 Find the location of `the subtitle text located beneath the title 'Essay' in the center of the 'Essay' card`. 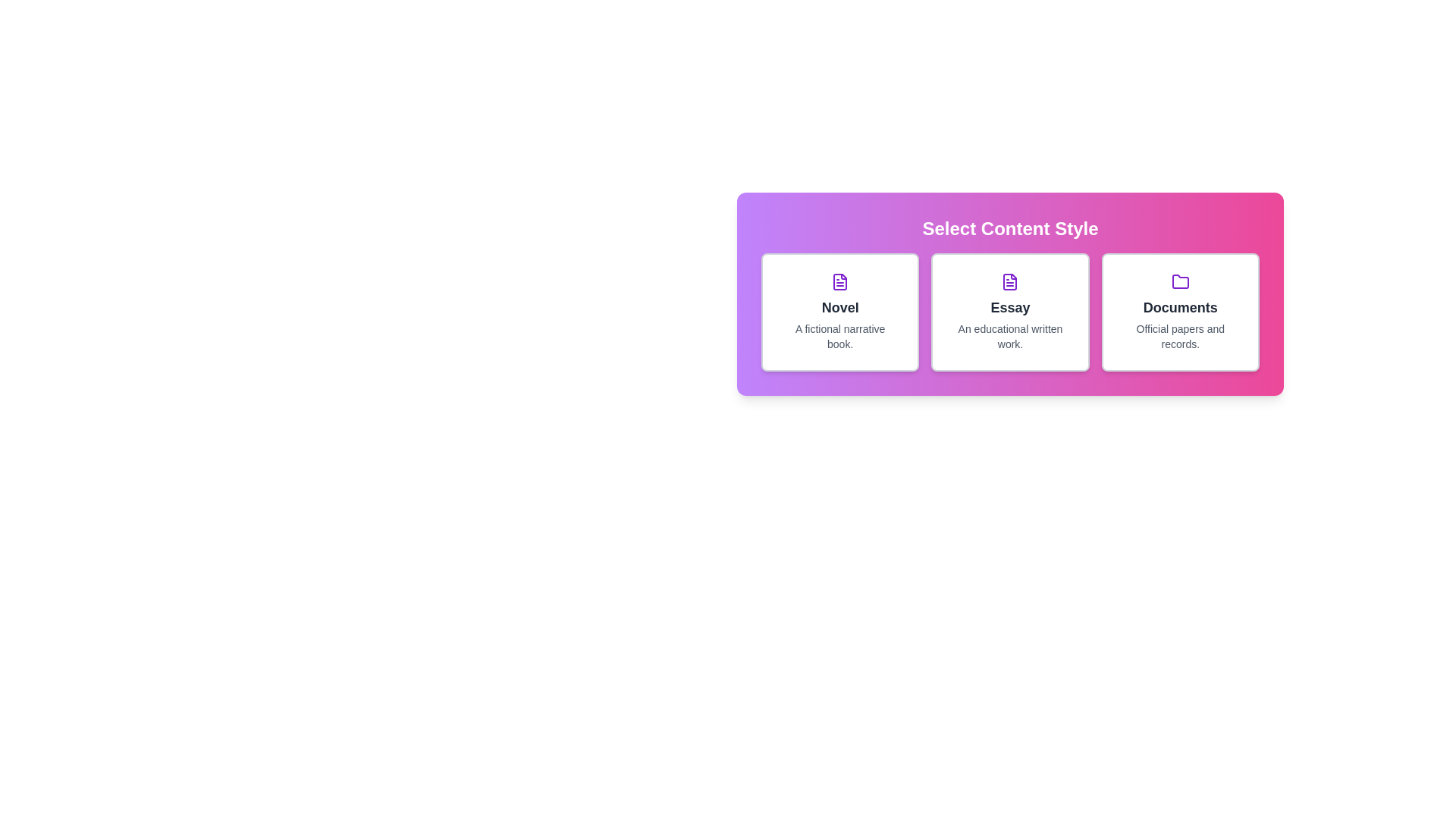

the subtitle text located beneath the title 'Essay' in the center of the 'Essay' card is located at coordinates (1010, 335).